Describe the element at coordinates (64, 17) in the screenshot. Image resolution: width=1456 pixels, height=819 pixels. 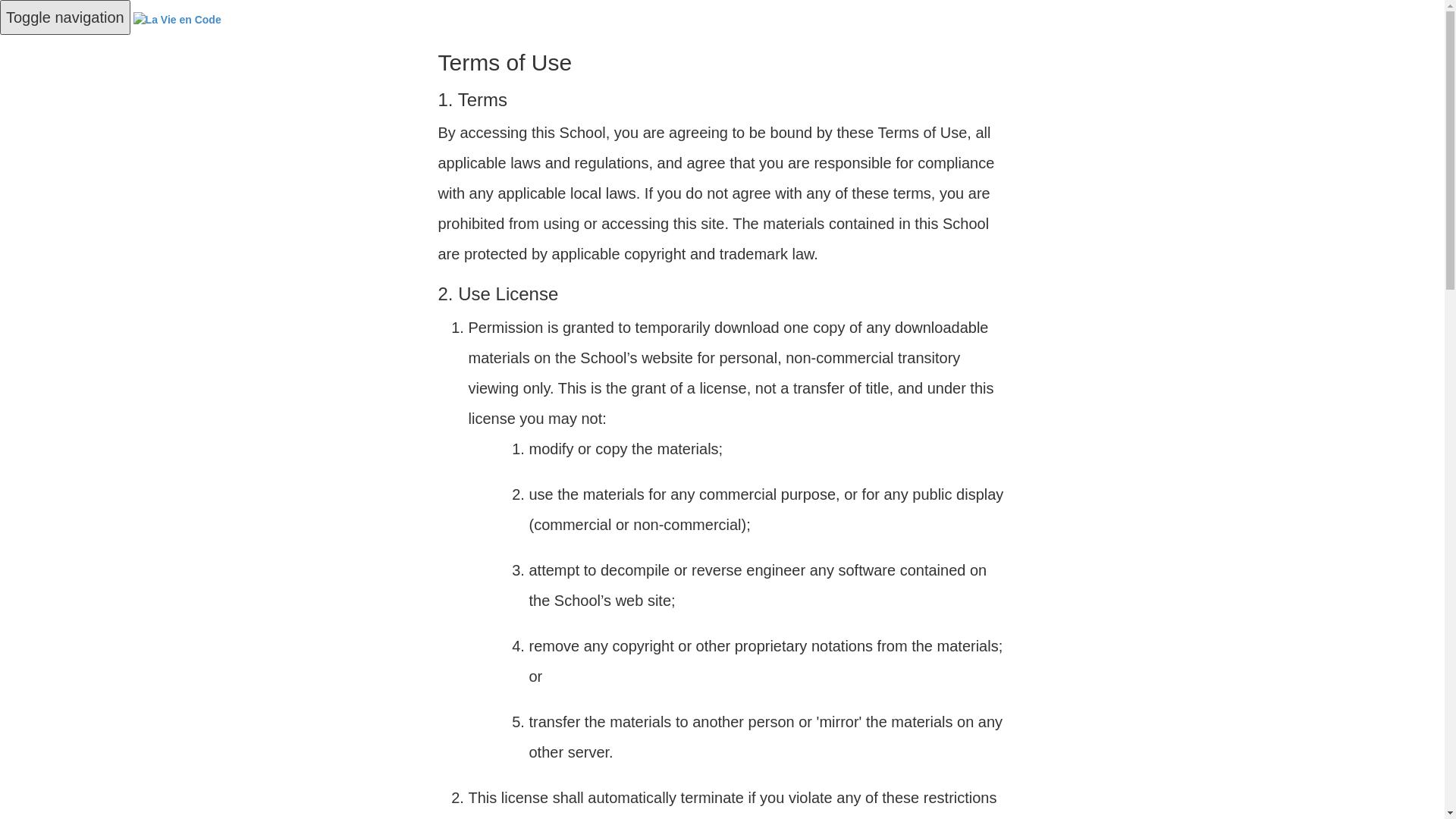
I see `'Toggle navigation'` at that location.